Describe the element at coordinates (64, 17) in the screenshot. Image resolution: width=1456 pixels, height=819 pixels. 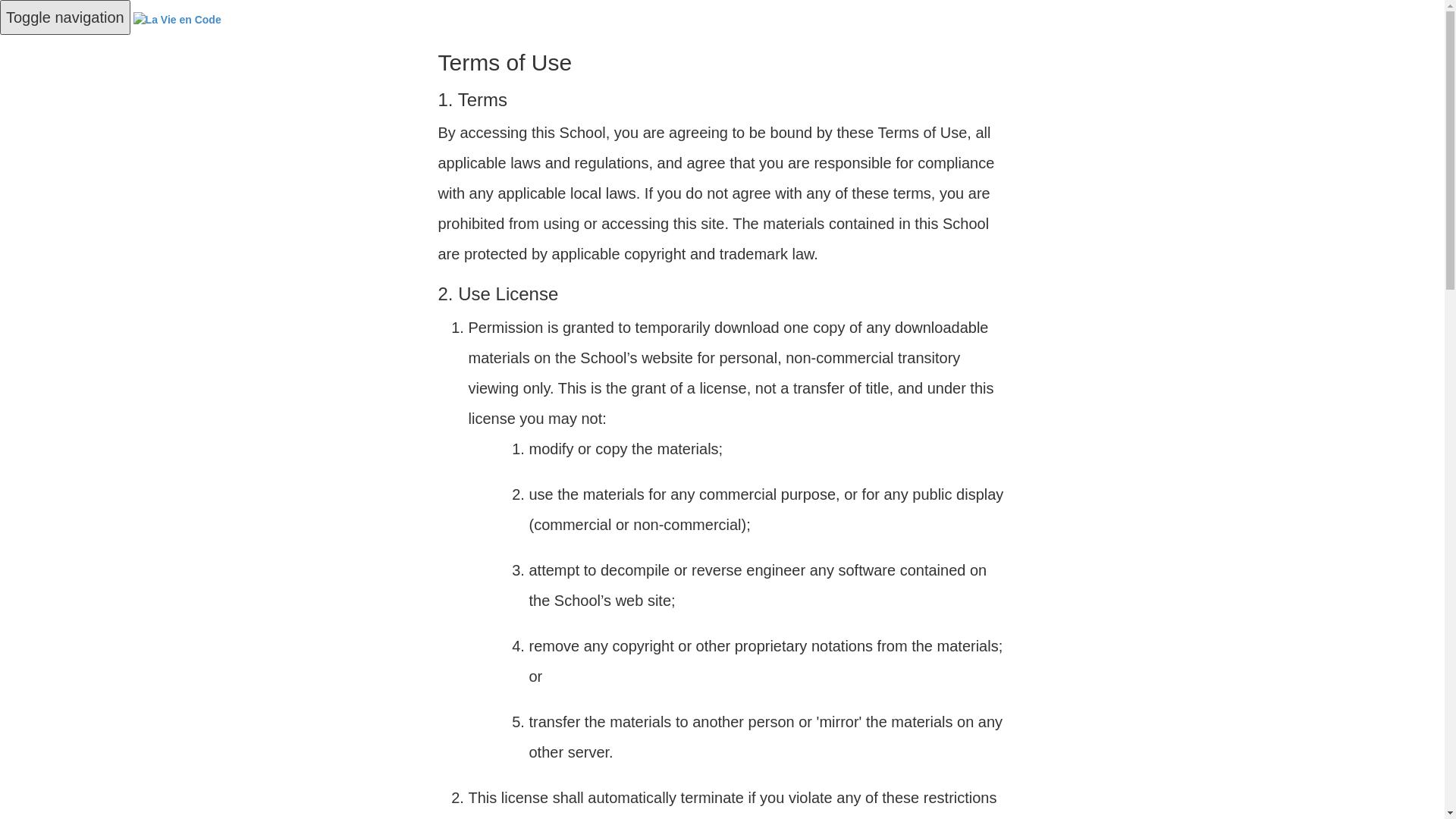
I see `'Toggle navigation'` at that location.